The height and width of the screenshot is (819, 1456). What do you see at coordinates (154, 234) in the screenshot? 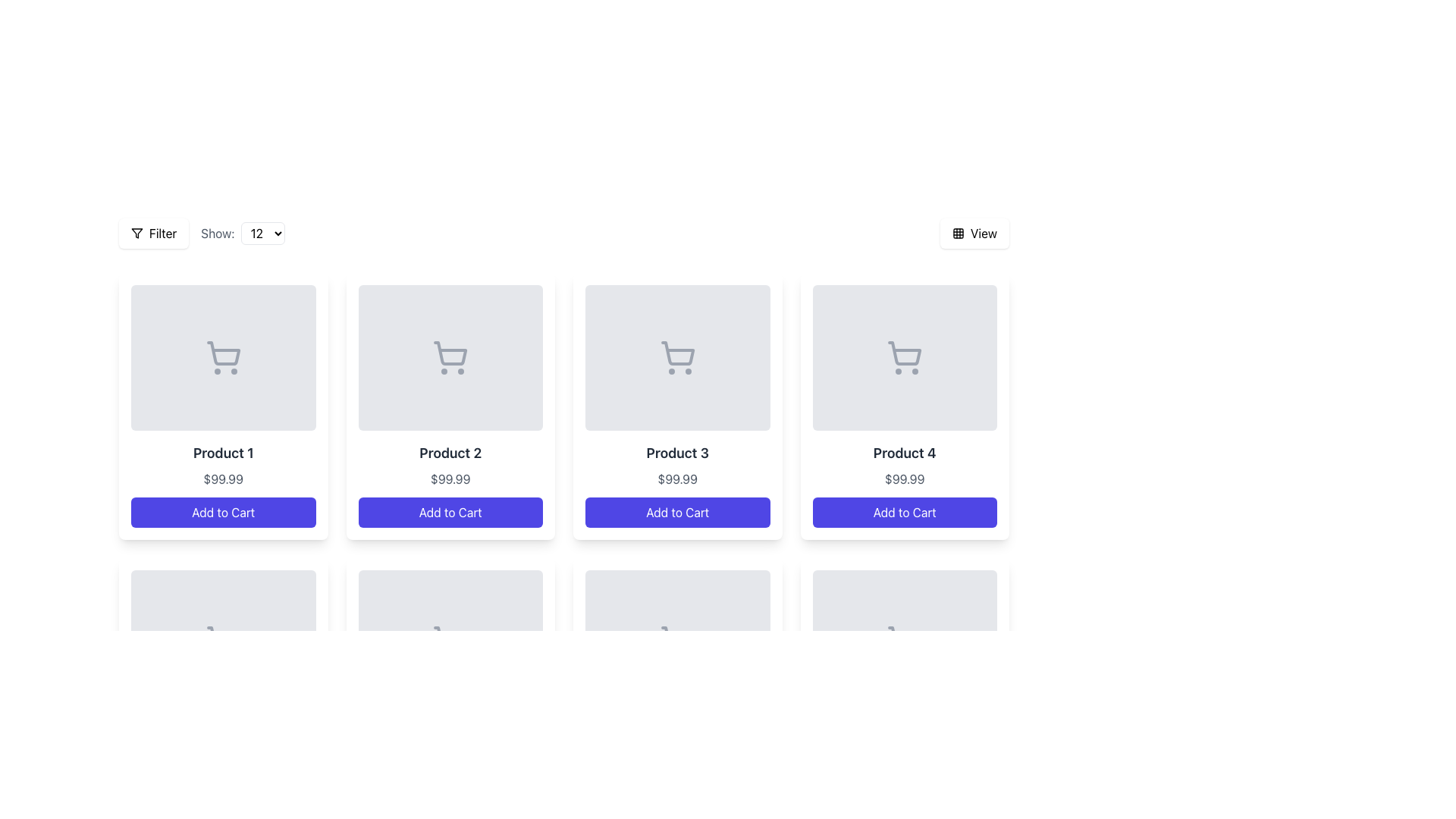
I see `the filter button located to the left of the 'Show' dropdown` at bounding box center [154, 234].